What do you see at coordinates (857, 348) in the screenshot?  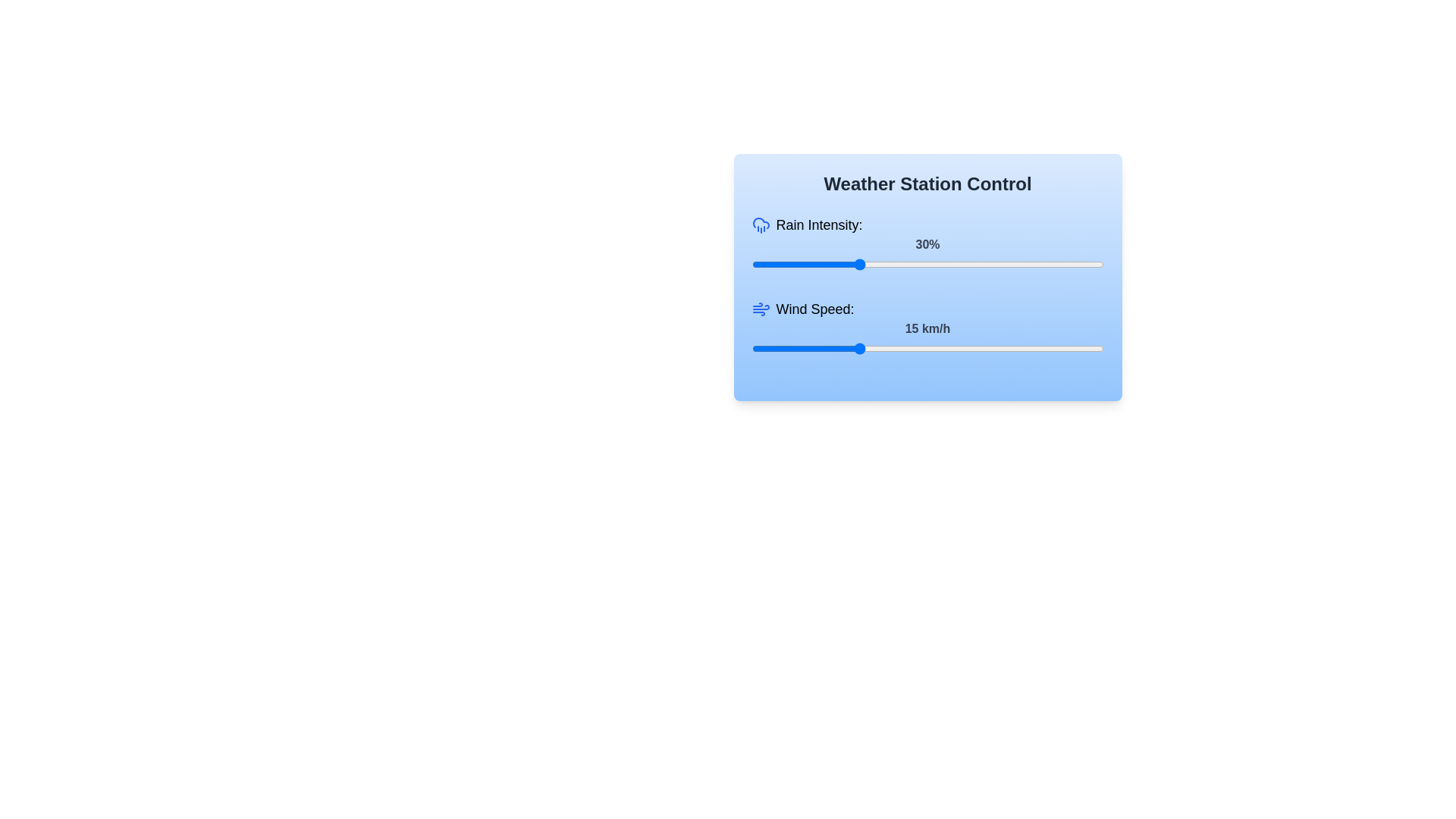 I see `the wind speed slider to set the value to 15 km/h` at bounding box center [857, 348].